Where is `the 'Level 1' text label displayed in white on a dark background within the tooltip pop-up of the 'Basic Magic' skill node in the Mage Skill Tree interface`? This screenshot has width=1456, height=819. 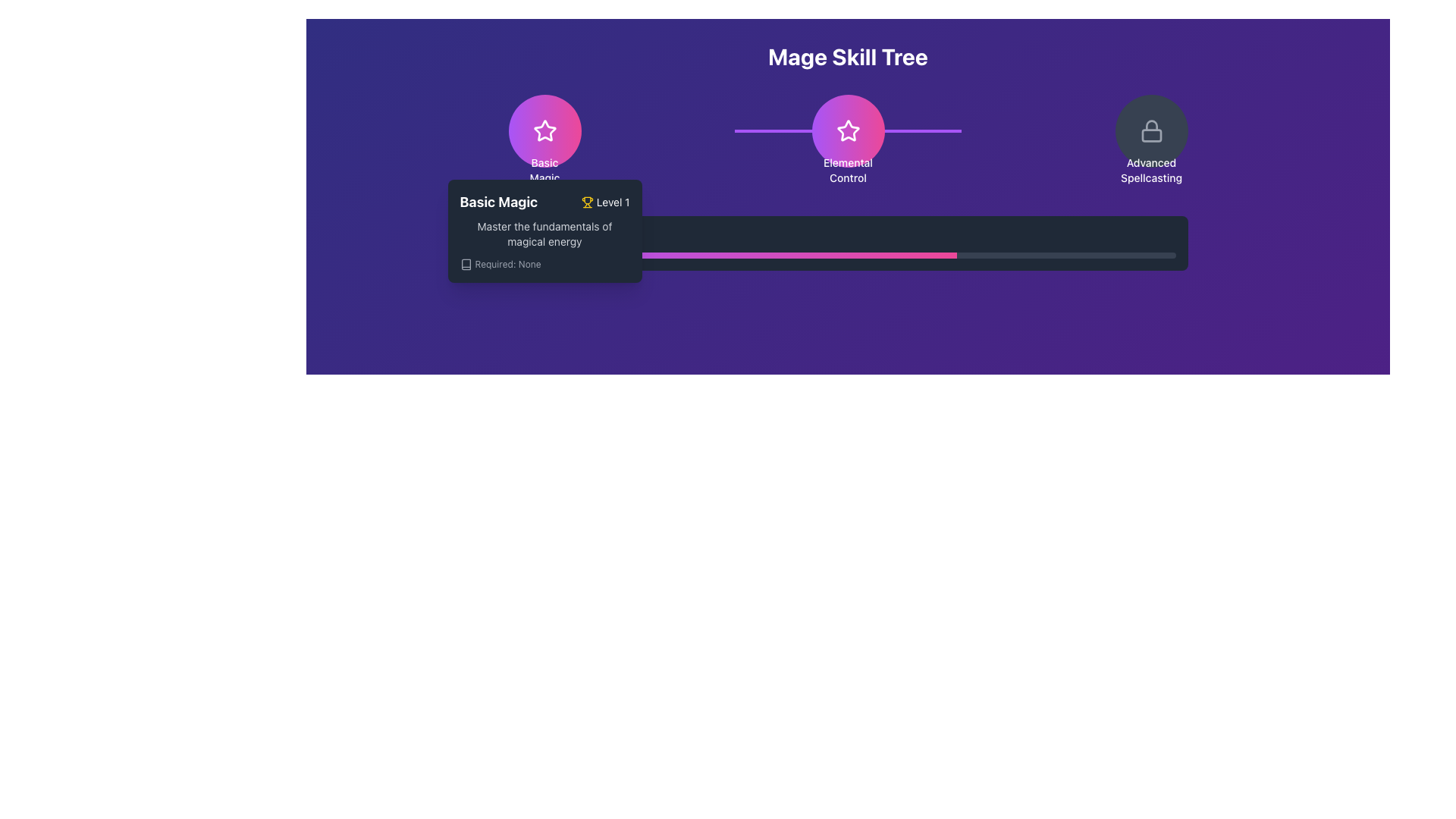
the 'Level 1' text label displayed in white on a dark background within the tooltip pop-up of the 'Basic Magic' skill node in the Mage Skill Tree interface is located at coordinates (613, 201).